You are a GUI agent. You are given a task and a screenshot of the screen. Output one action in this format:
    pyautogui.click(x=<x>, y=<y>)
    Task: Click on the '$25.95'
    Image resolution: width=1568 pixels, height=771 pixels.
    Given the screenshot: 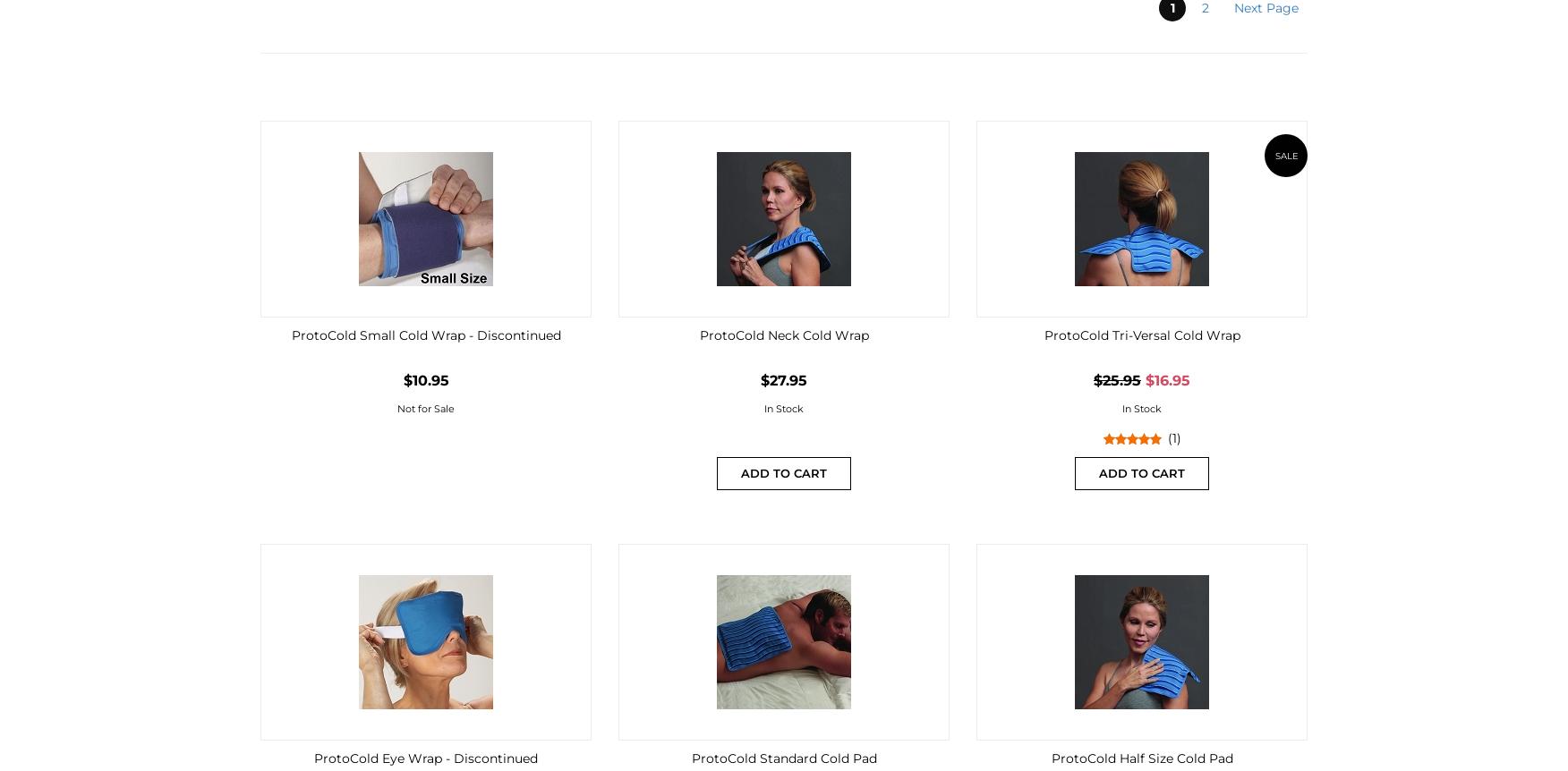 What is the action you would take?
    pyautogui.click(x=1094, y=379)
    